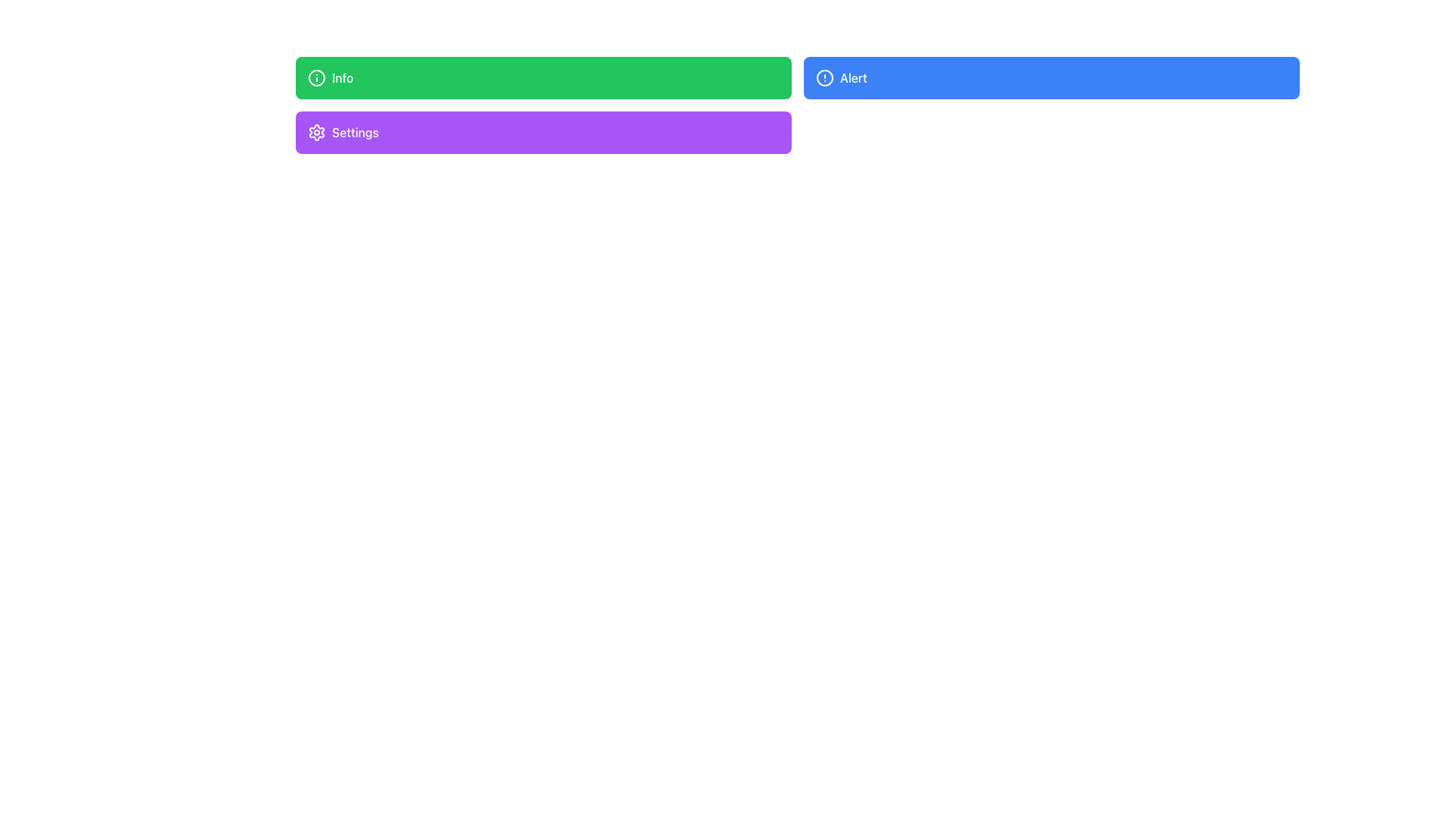 The height and width of the screenshot is (819, 1456). Describe the element at coordinates (315, 131) in the screenshot. I see `the settings button, which is a purple rectangular button labeled 'Settings' located at the bottom of a group of three horizontal buttons` at that location.